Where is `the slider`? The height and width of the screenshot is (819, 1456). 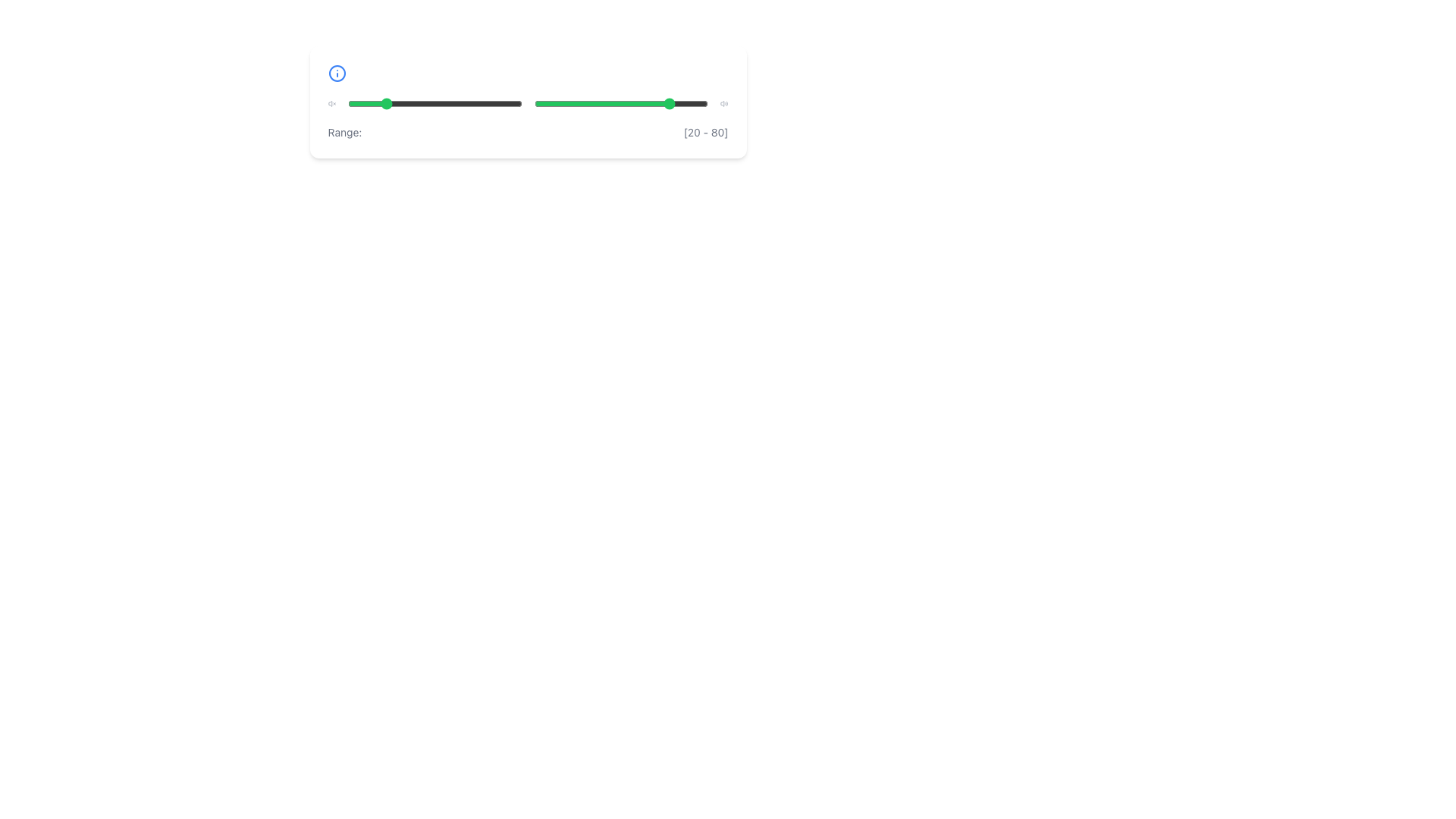 the slider is located at coordinates (483, 103).